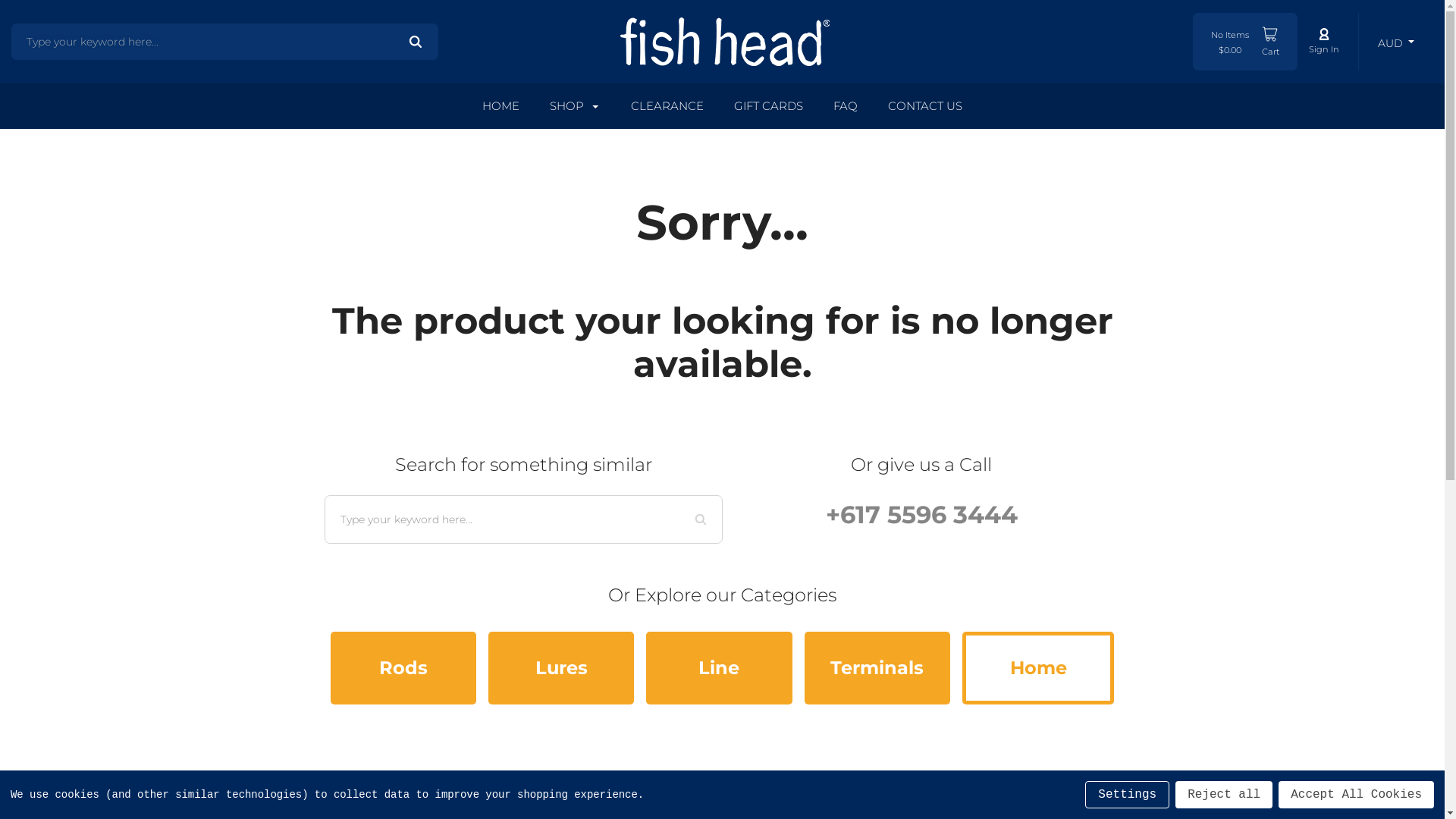 The height and width of the screenshot is (819, 1456). Describe the element at coordinates (667, 105) in the screenshot. I see `'CLEARANCE'` at that location.